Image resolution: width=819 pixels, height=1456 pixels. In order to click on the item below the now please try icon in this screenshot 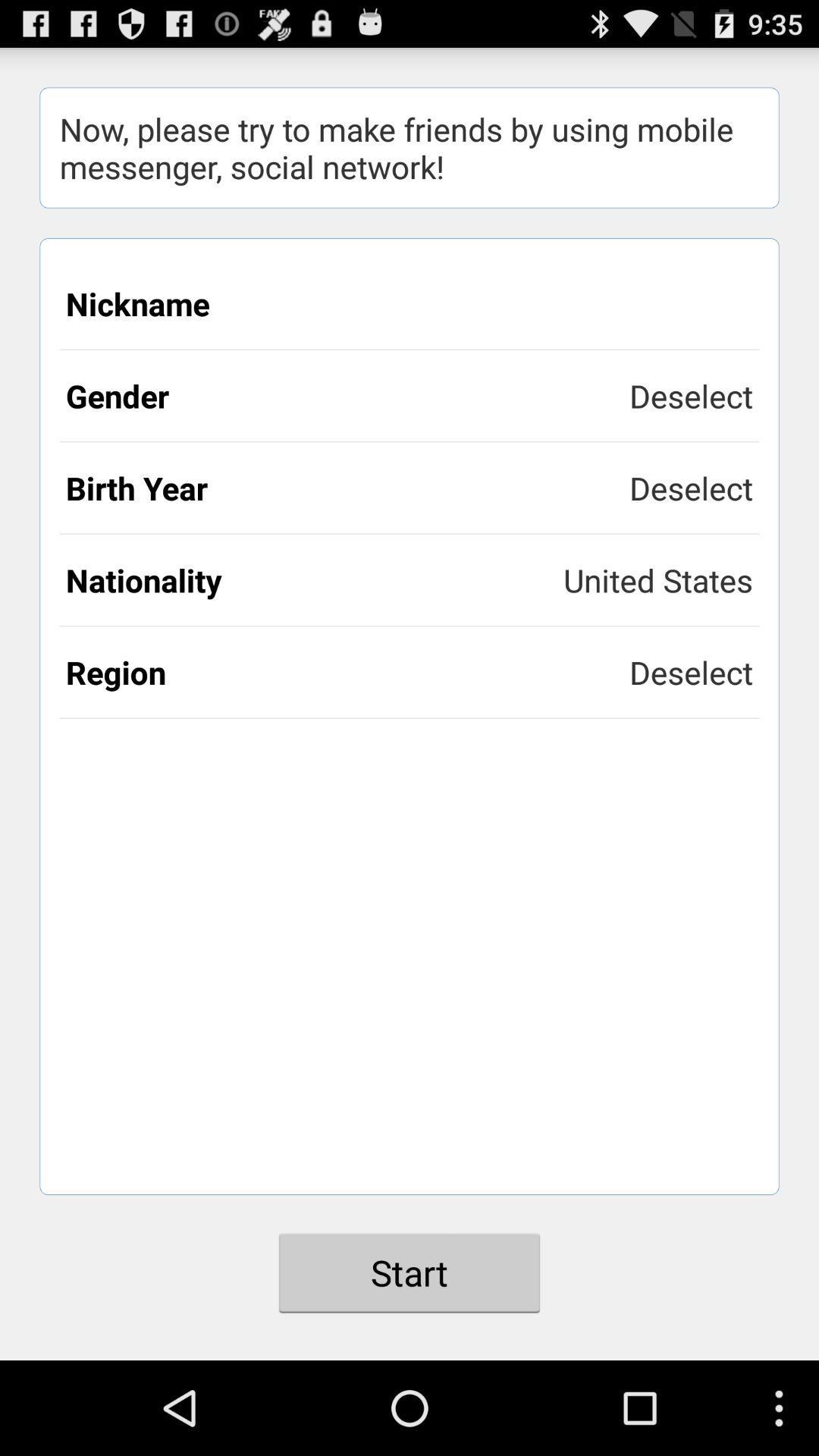, I will do `click(409, 303)`.